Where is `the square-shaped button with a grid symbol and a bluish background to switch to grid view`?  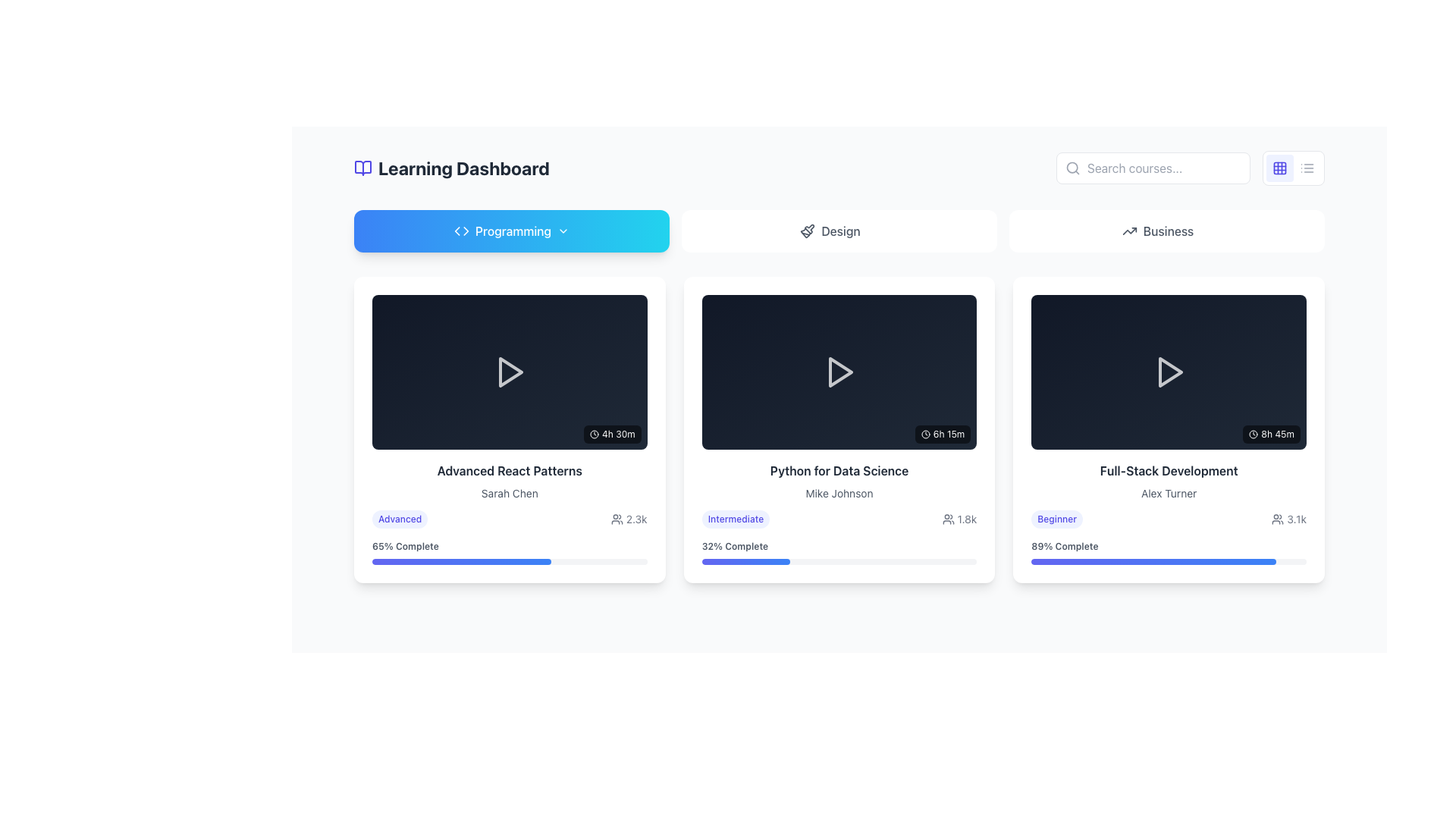
the square-shaped button with a grid symbol and a bluish background to switch to grid view is located at coordinates (1279, 168).